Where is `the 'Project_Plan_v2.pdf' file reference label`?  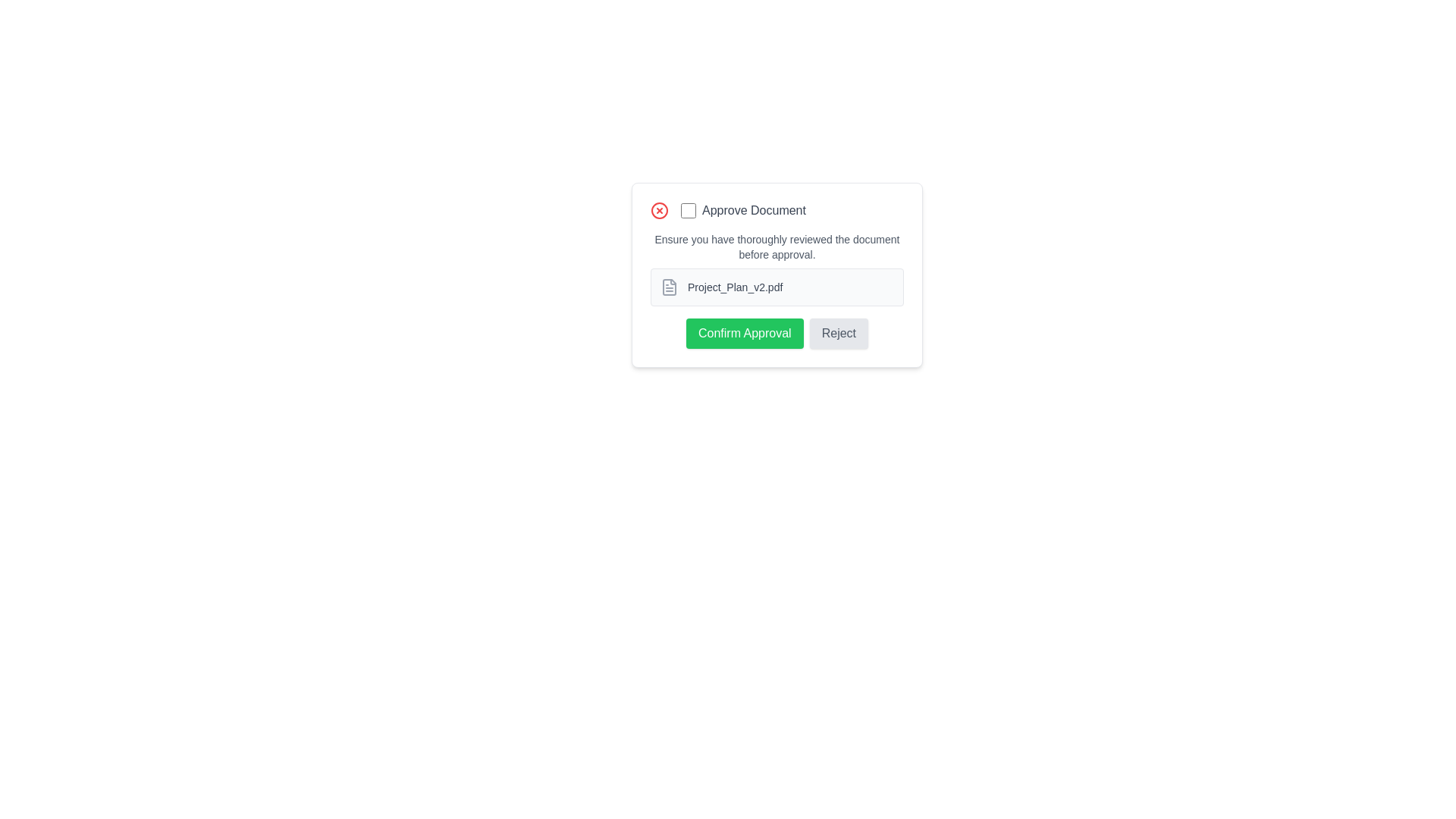
the 'Project_Plan_v2.pdf' file reference label is located at coordinates (777, 287).